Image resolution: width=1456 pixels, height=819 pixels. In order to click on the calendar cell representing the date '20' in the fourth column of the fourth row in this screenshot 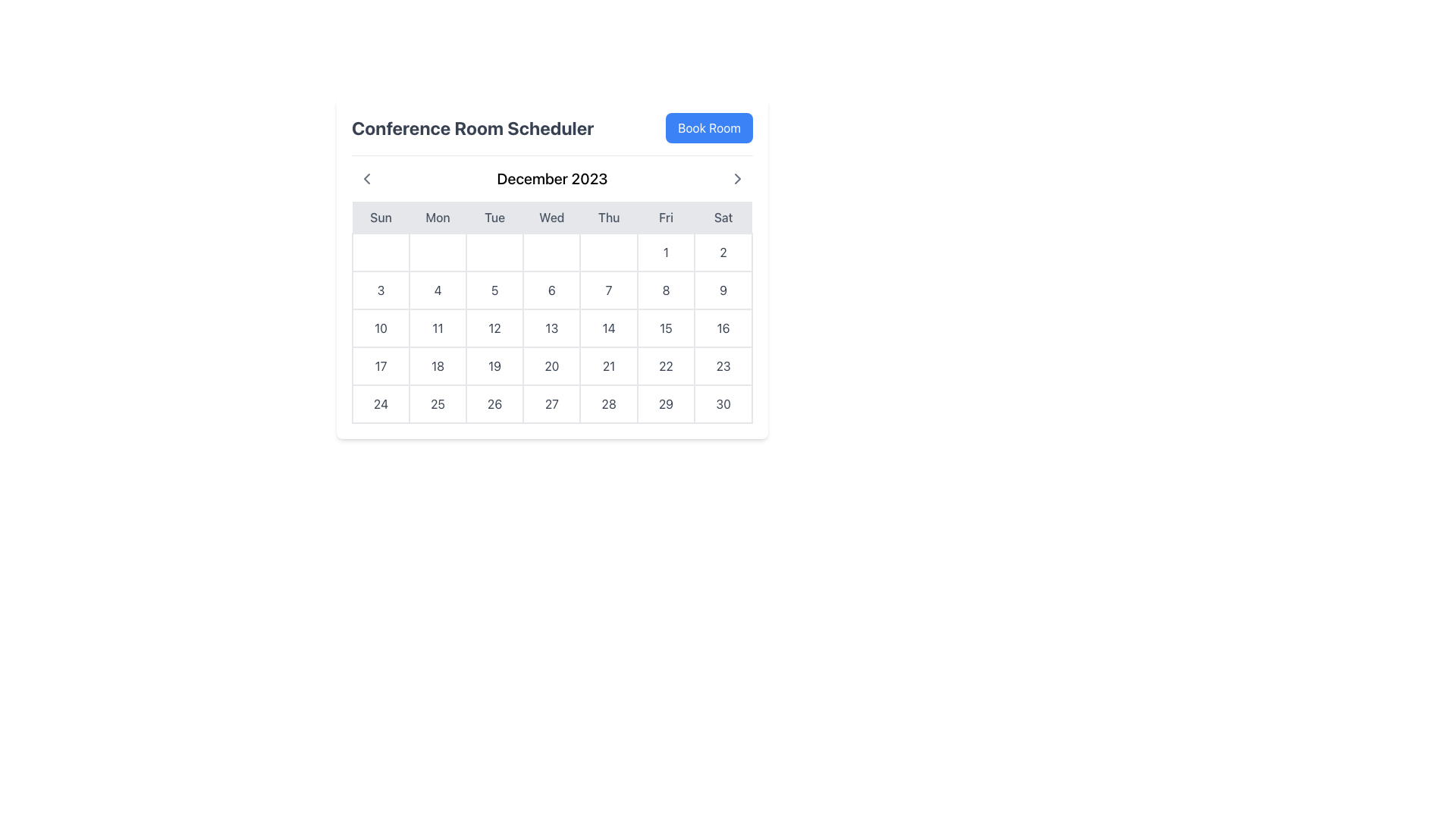, I will do `click(551, 366)`.